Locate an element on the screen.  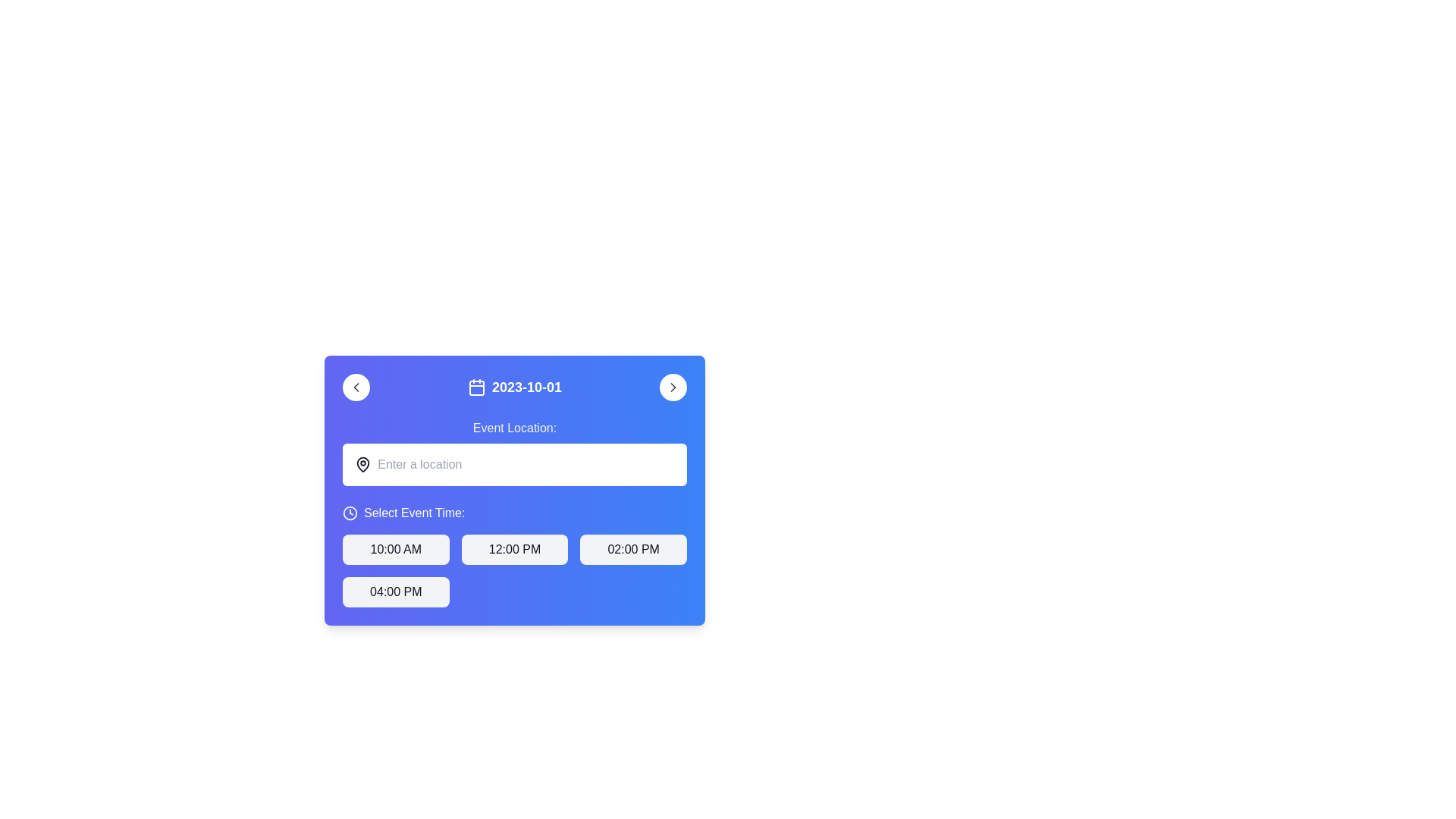
the date indicator icon aligned to the left of the text '2023-10-01' is located at coordinates (475, 386).